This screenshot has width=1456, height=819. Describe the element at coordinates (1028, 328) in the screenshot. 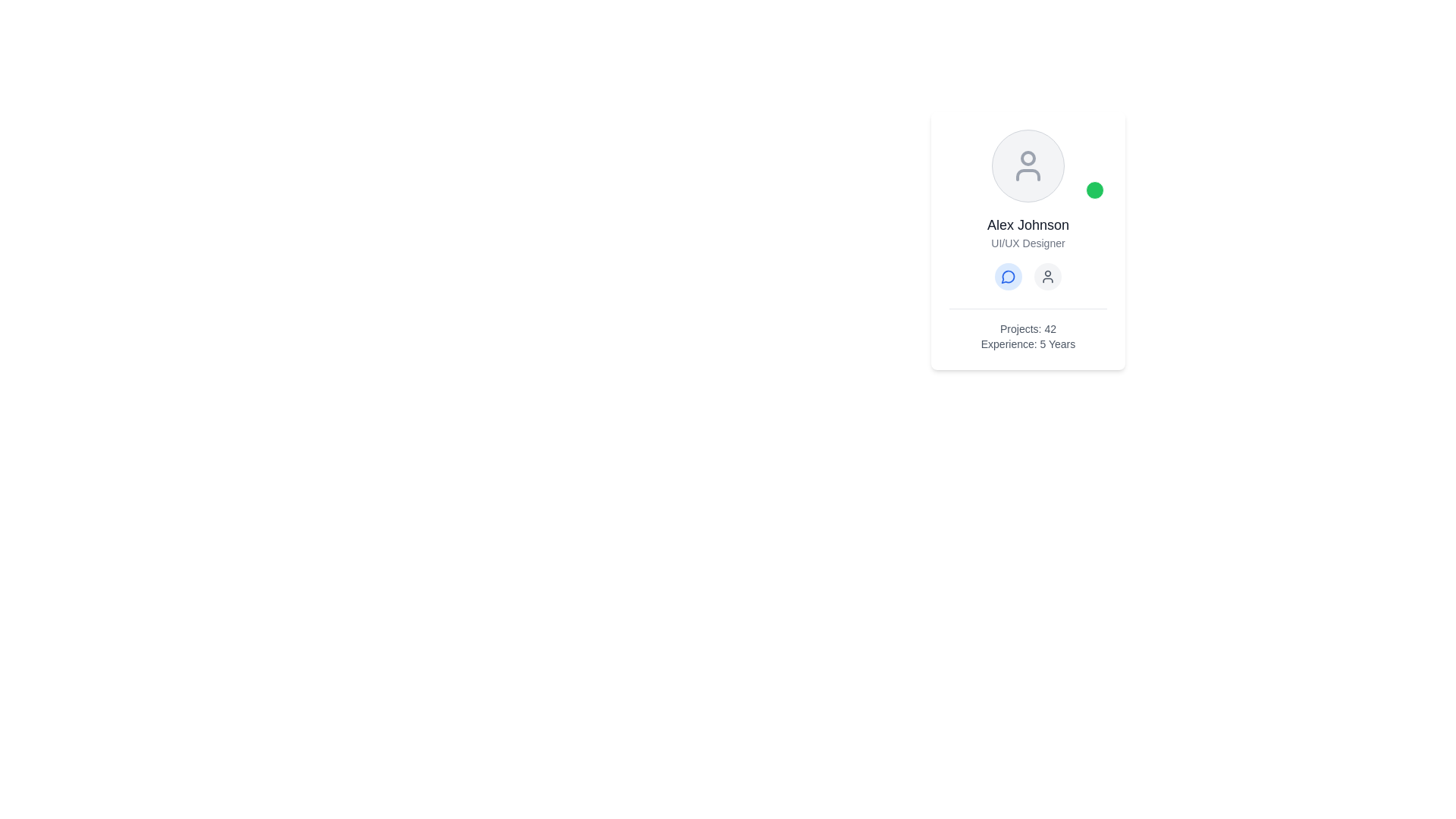

I see `summary metric displayed on the Text Label indicating the number of projects associated with the user, which is located above the 'Experience: 5 Years' label and below a horizontal divider line in the vertical card-like layout` at that location.